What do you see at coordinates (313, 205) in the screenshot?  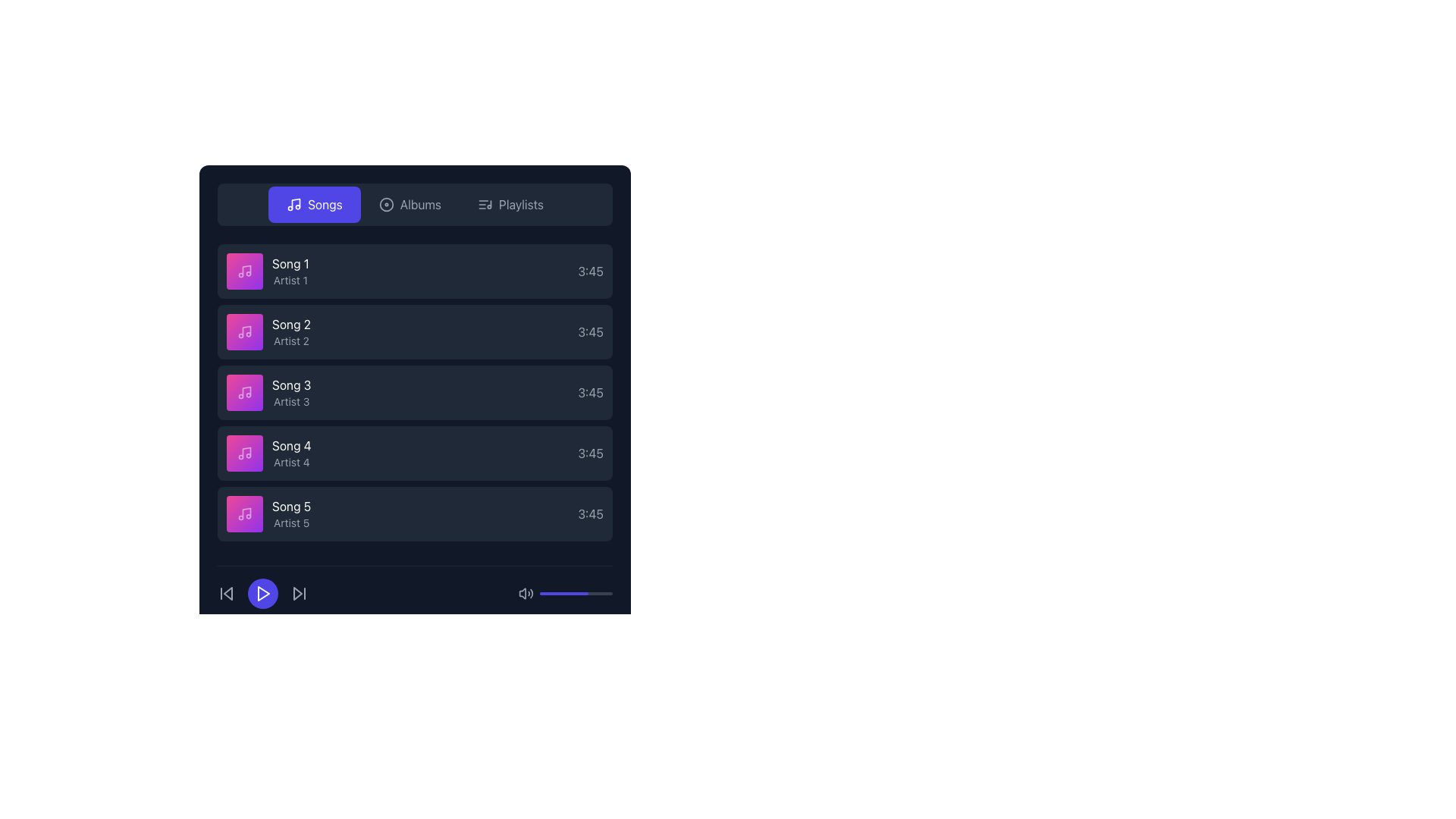 I see `the 'Songs' button in the top menu bar` at bounding box center [313, 205].